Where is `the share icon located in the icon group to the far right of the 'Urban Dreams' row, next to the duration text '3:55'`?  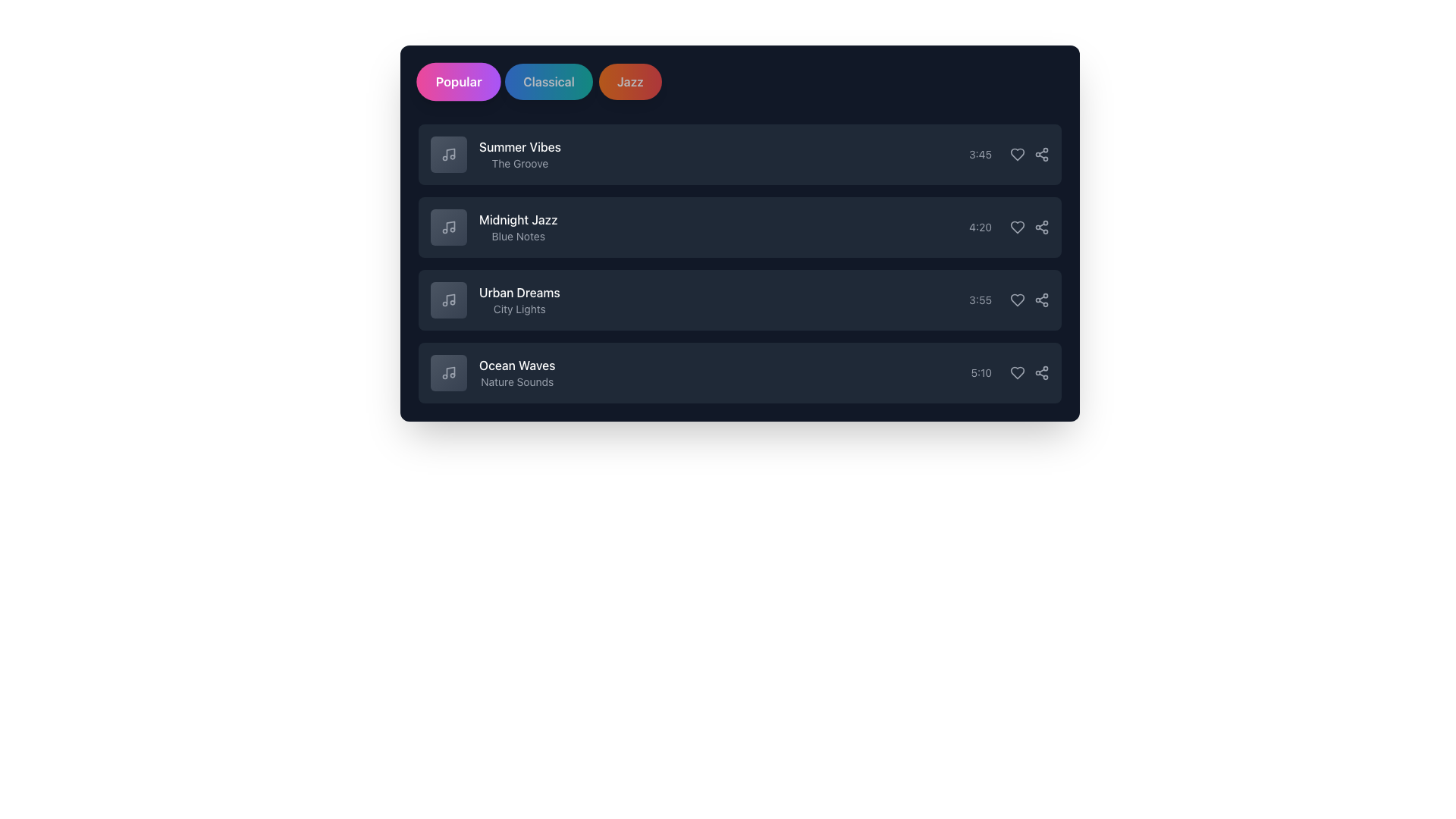
the share icon located in the icon group to the far right of the 'Urban Dreams' row, next to the duration text '3:55' is located at coordinates (1030, 300).